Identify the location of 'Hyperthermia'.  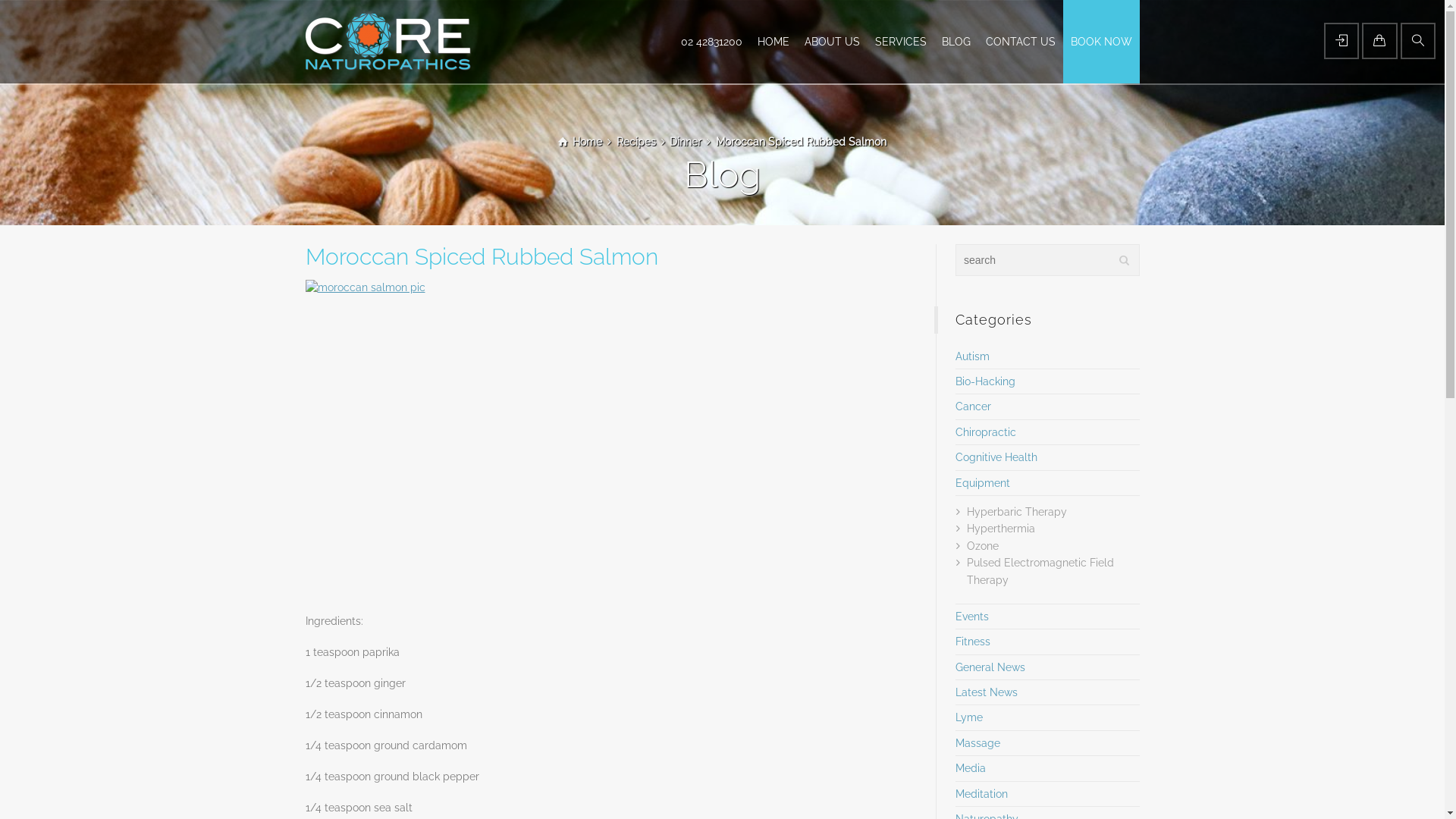
(966, 528).